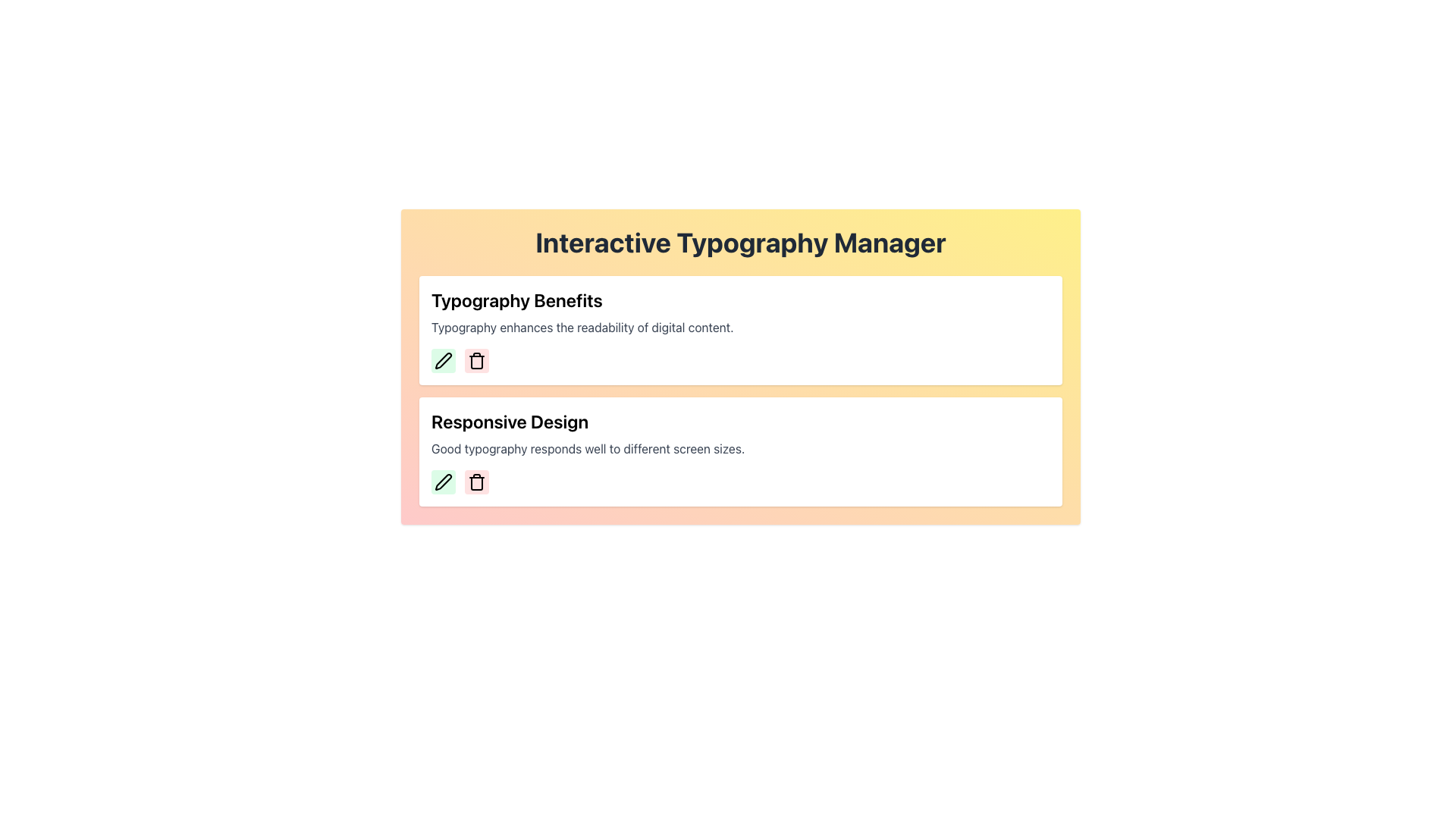 Image resolution: width=1456 pixels, height=819 pixels. What do you see at coordinates (443, 360) in the screenshot?
I see `the pen icon button with a light green background located in the second section of the 'Responsive Design' list to initiate an edit action` at bounding box center [443, 360].